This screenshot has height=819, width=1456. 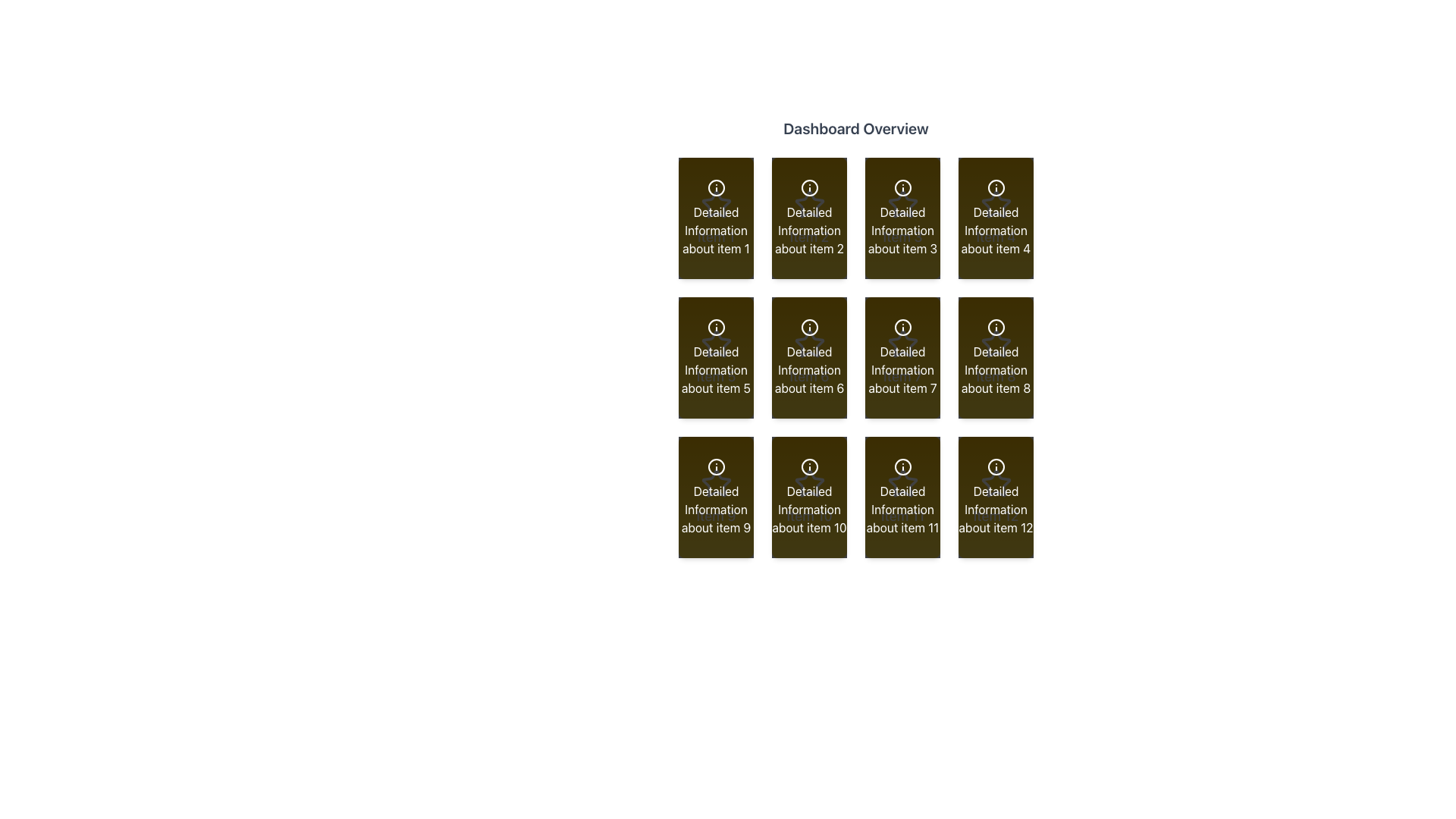 I want to click on the Informational Card that provides details about item 4, located in the top-right corner of the grid layout, so click(x=996, y=218).